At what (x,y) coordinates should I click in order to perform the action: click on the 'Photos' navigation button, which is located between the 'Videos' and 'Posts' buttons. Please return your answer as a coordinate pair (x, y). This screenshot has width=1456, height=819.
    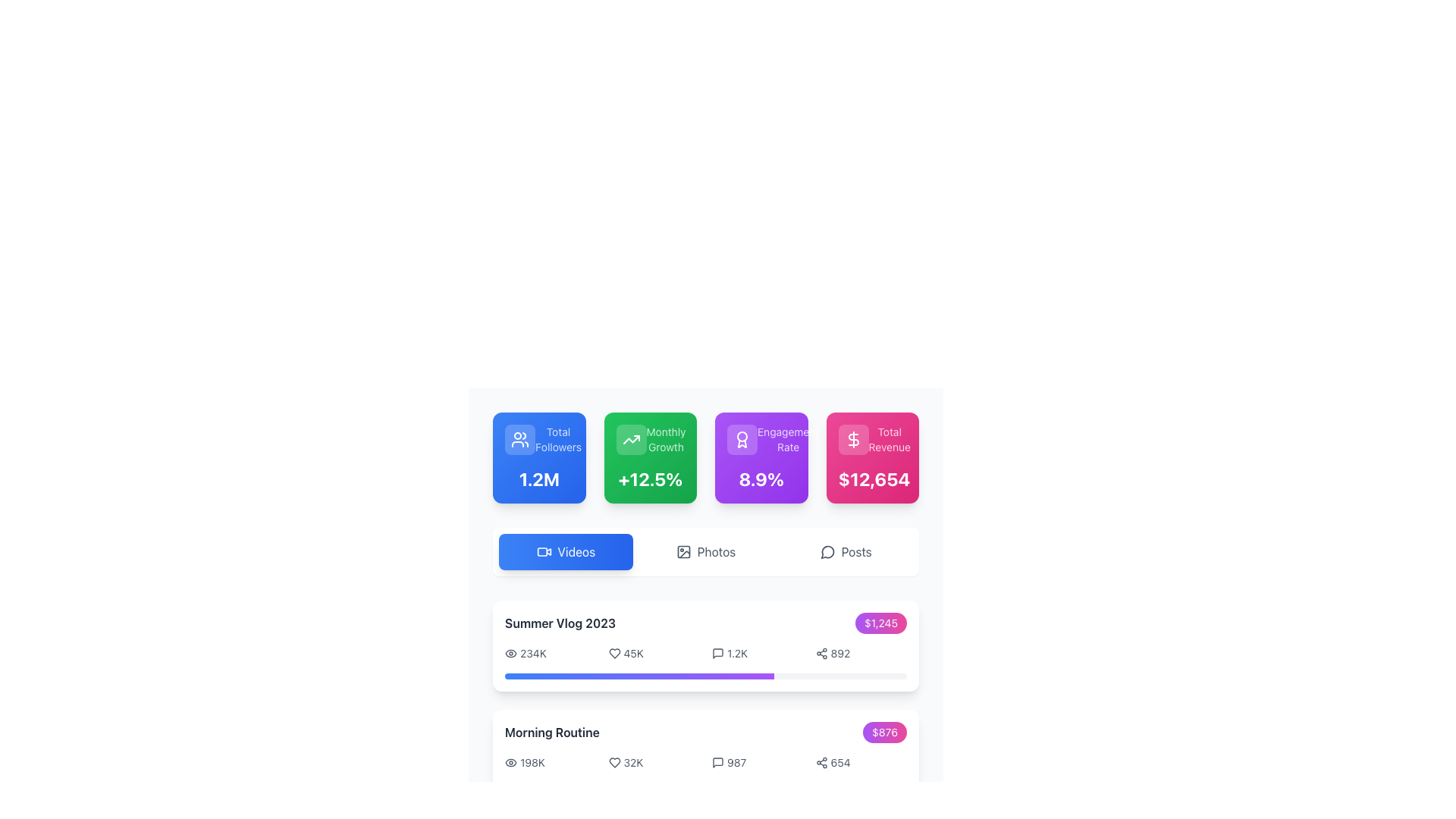
    Looking at the image, I should click on (705, 552).